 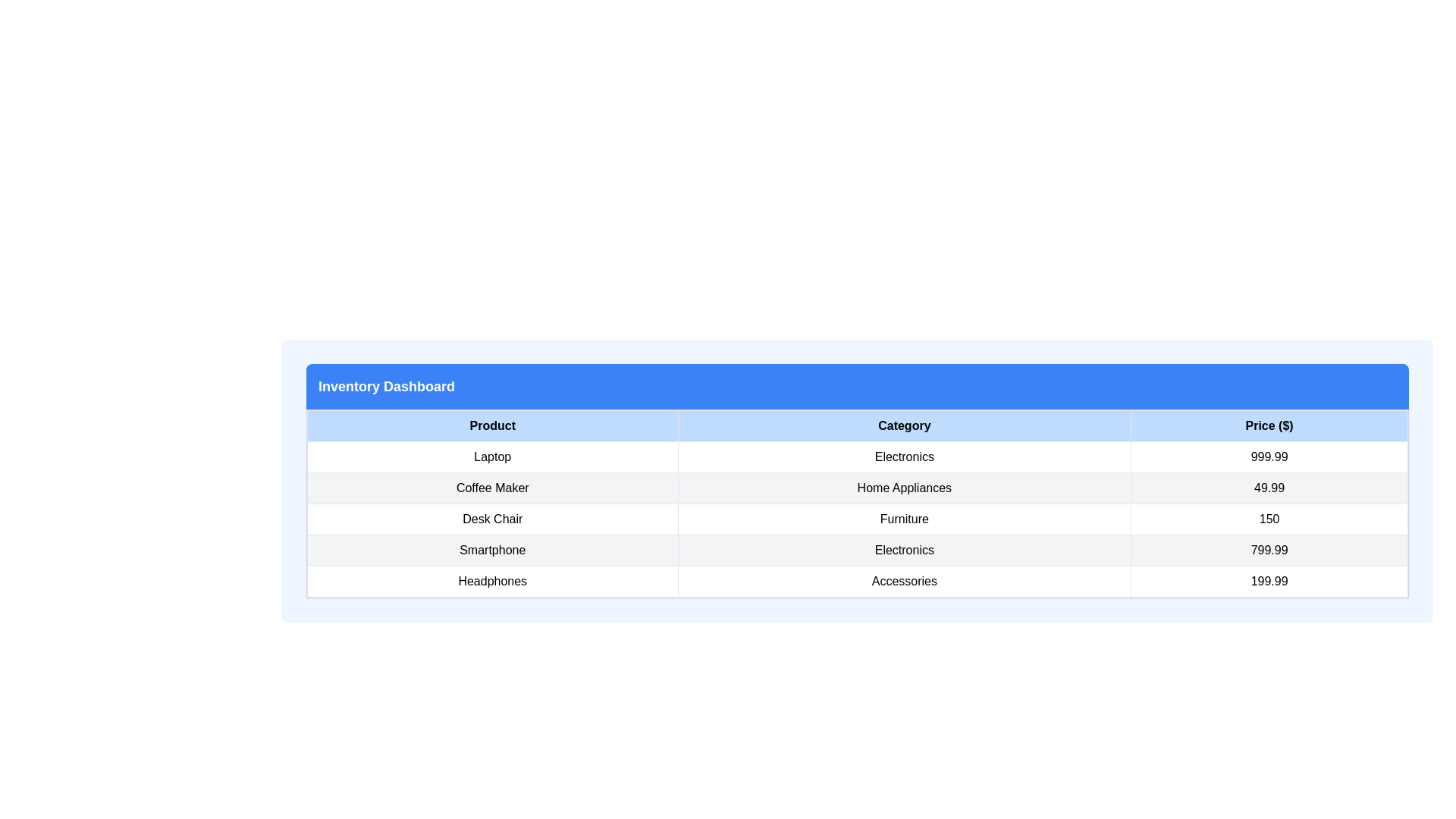 What do you see at coordinates (904, 581) in the screenshot?
I see `the 'Accessories' text label located in the second cell of the 'Headphones' row under the 'Category' column of the table` at bounding box center [904, 581].